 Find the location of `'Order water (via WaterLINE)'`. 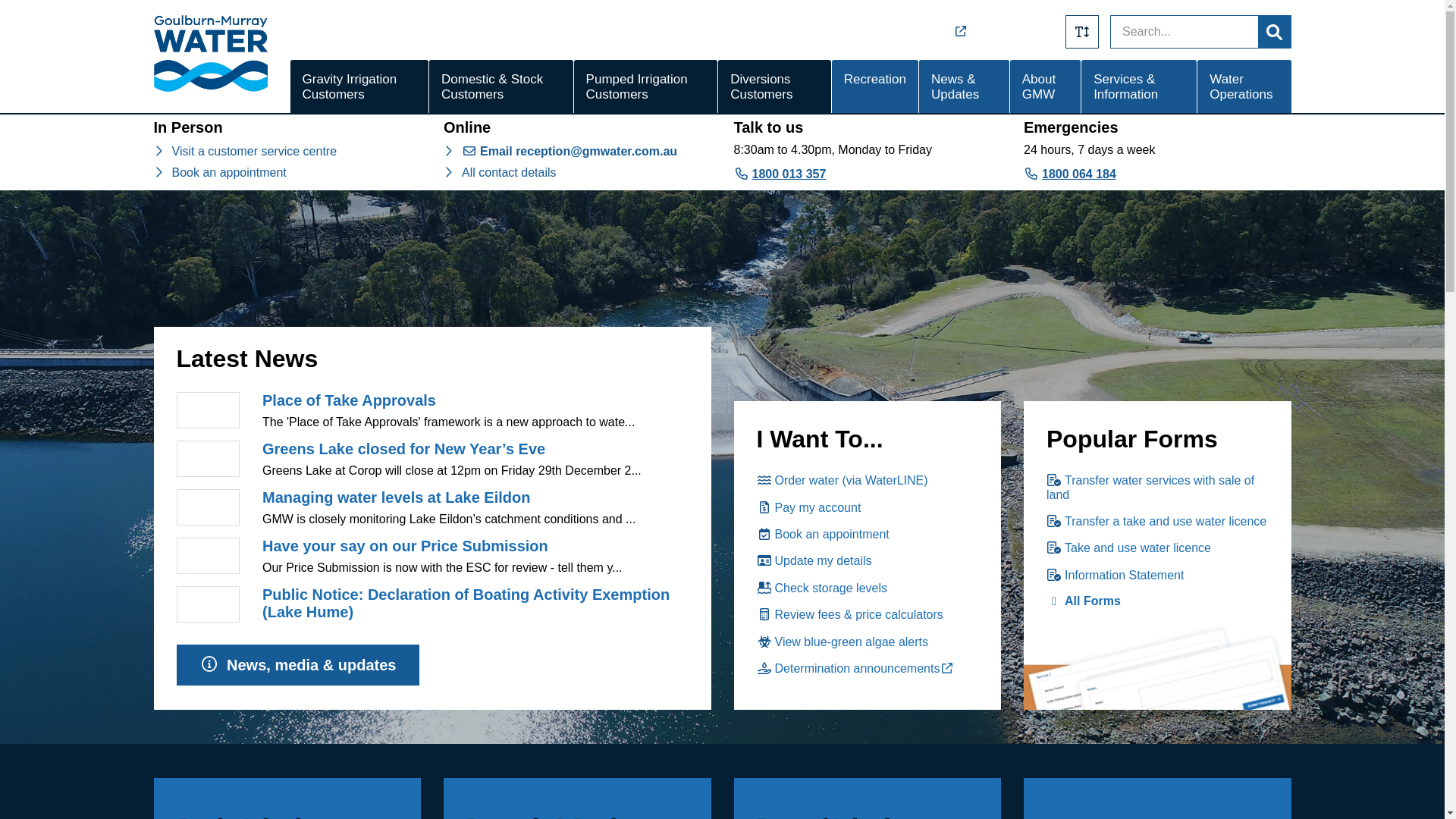

'Order water (via WaterLINE)' is located at coordinates (841, 480).